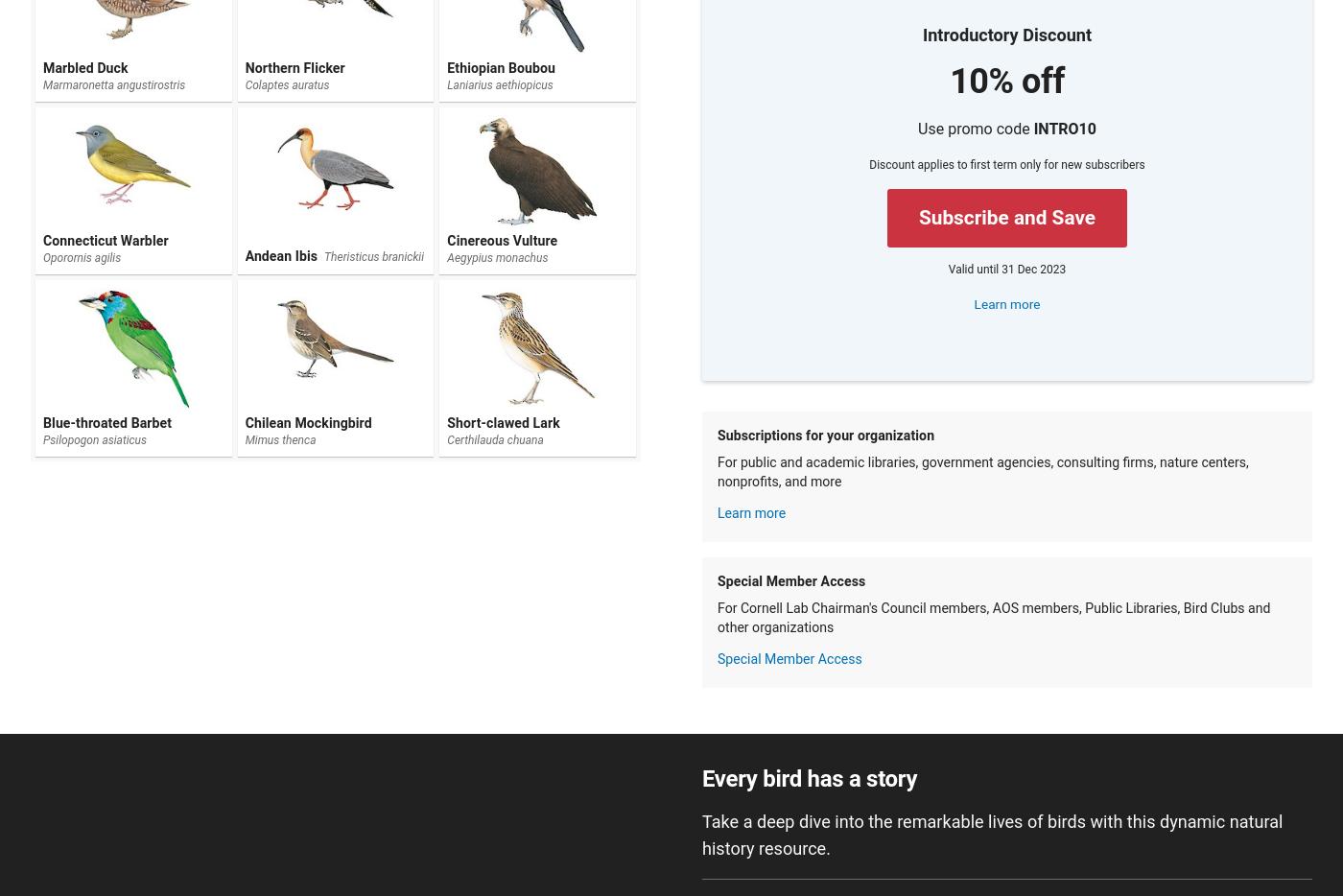  Describe the element at coordinates (497, 257) in the screenshot. I see `'Aegypius monachus'` at that location.